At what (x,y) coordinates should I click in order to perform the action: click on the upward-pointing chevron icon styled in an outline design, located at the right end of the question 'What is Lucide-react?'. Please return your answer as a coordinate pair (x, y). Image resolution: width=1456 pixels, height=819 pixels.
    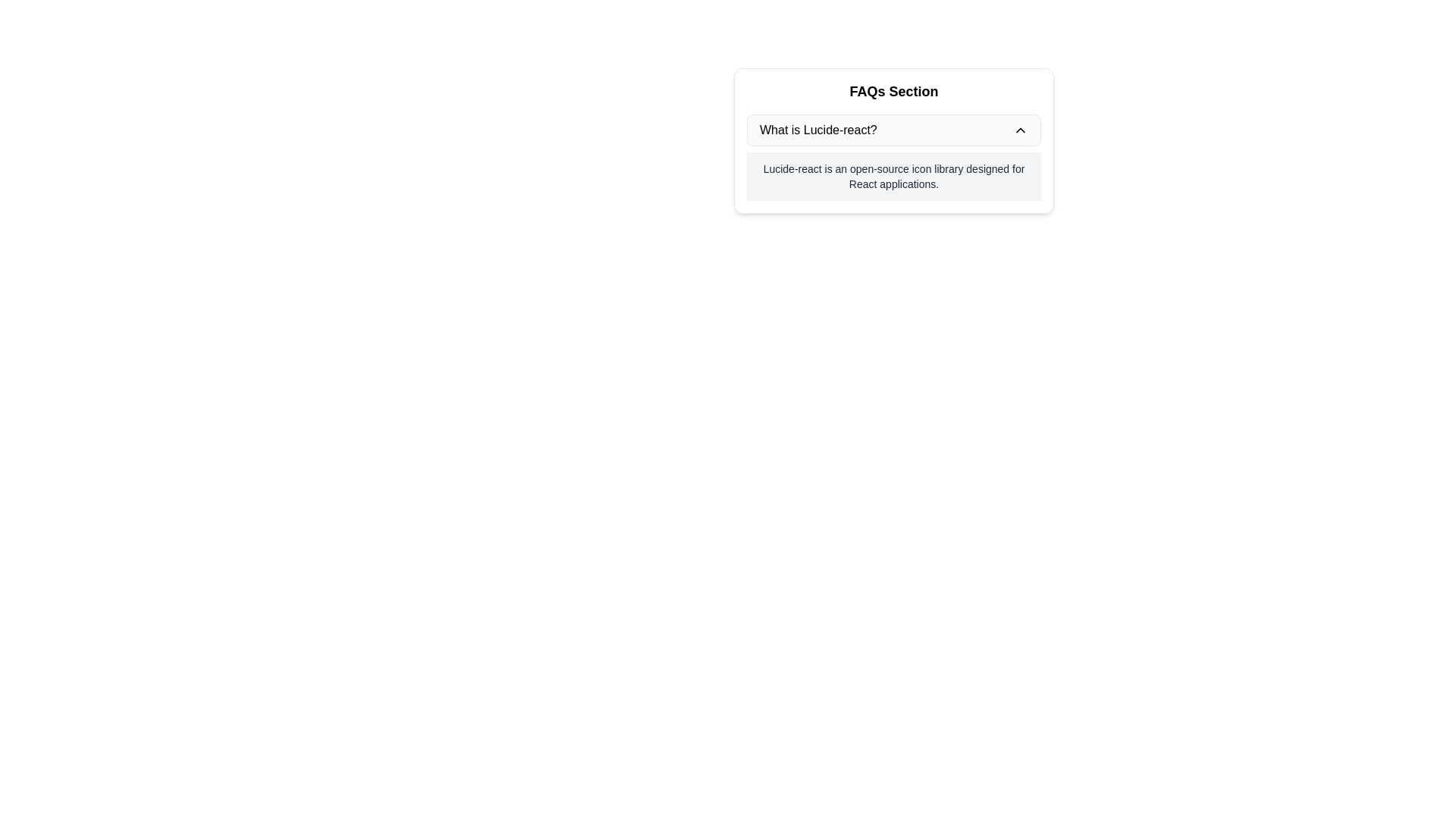
    Looking at the image, I should click on (1020, 130).